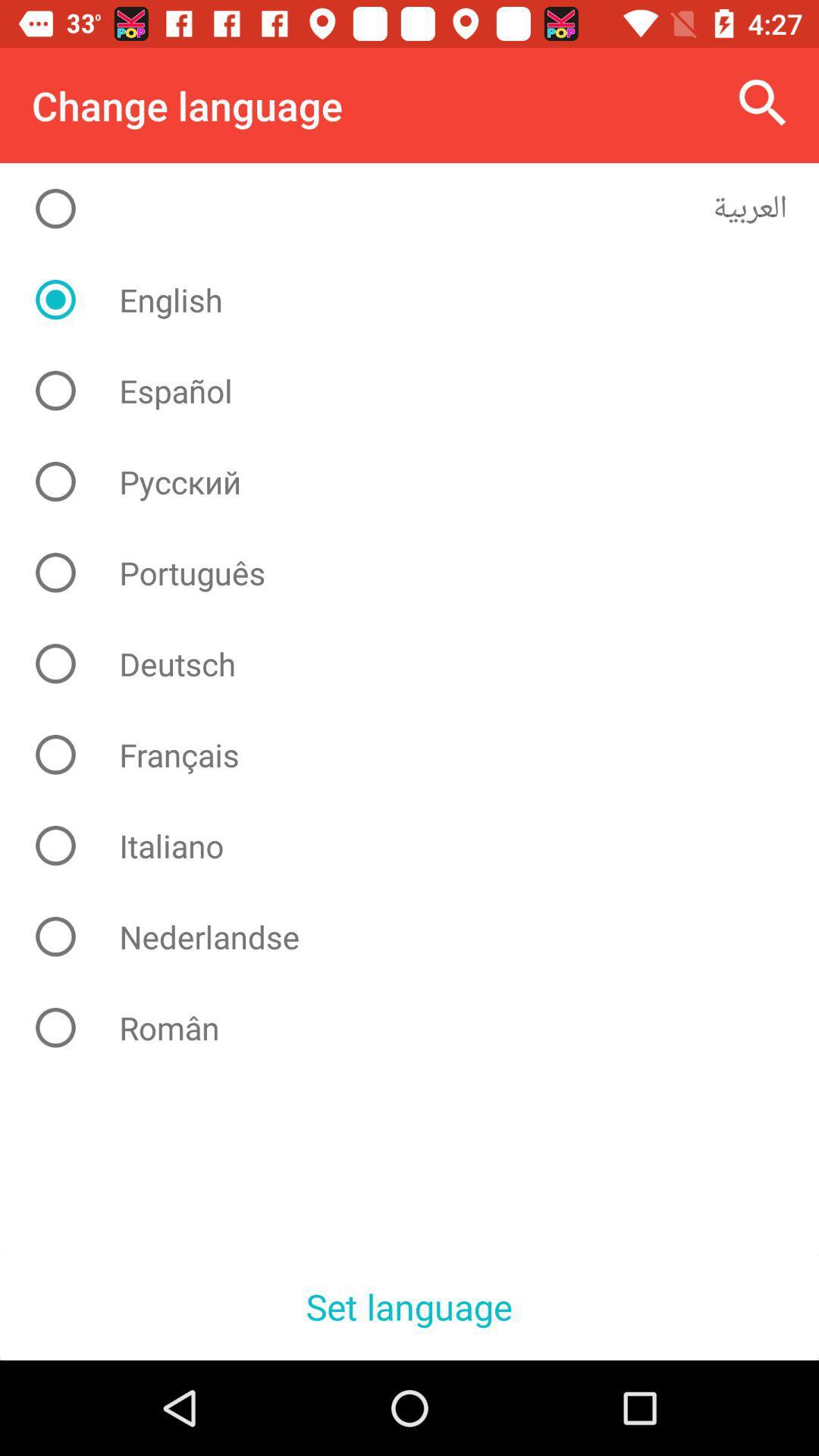 The width and height of the screenshot is (819, 1456). What do you see at coordinates (421, 664) in the screenshot?
I see `the deutsch` at bounding box center [421, 664].